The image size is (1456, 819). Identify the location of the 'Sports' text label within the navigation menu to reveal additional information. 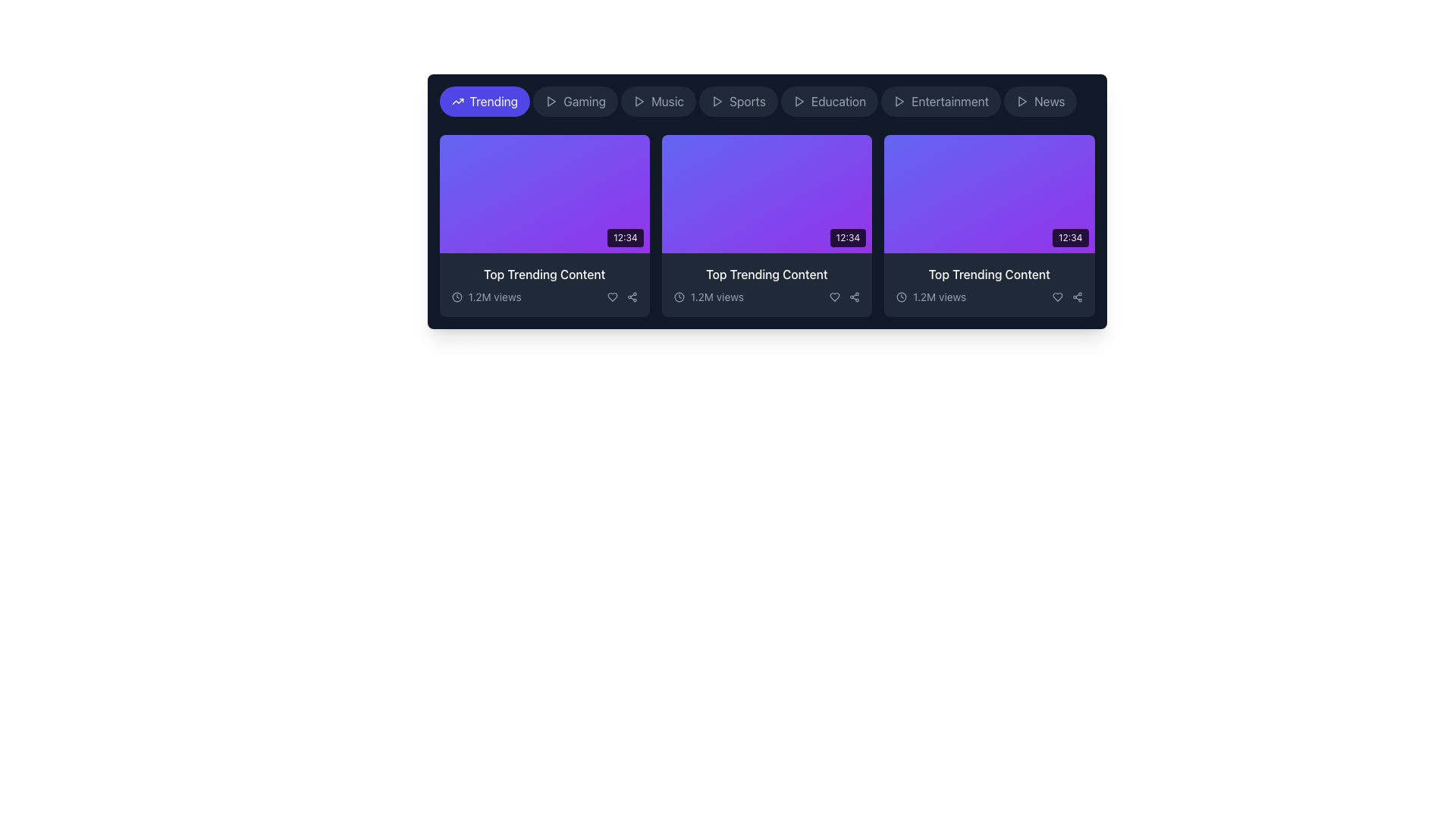
(747, 102).